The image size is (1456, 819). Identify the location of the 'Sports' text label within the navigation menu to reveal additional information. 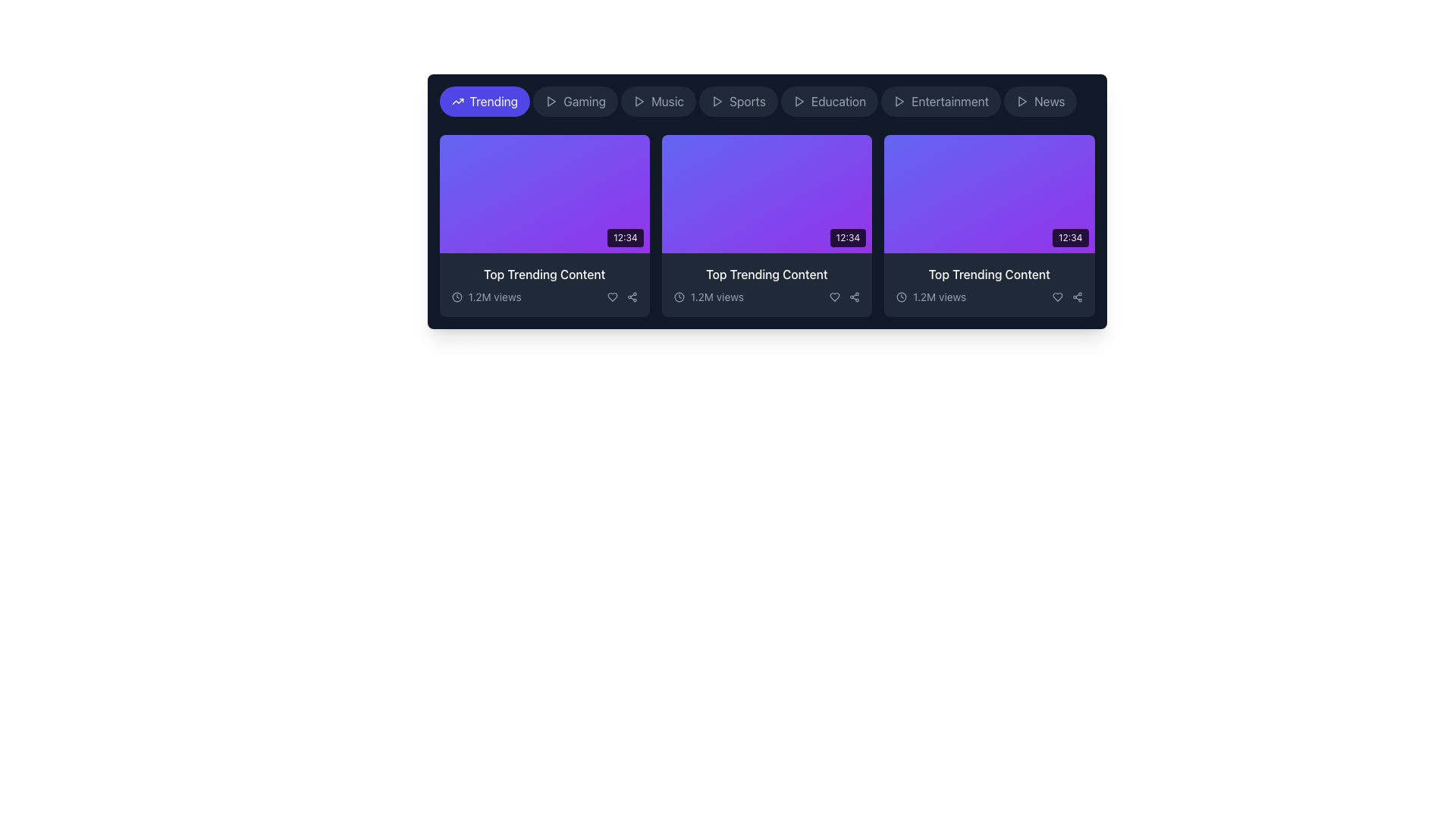
(747, 102).